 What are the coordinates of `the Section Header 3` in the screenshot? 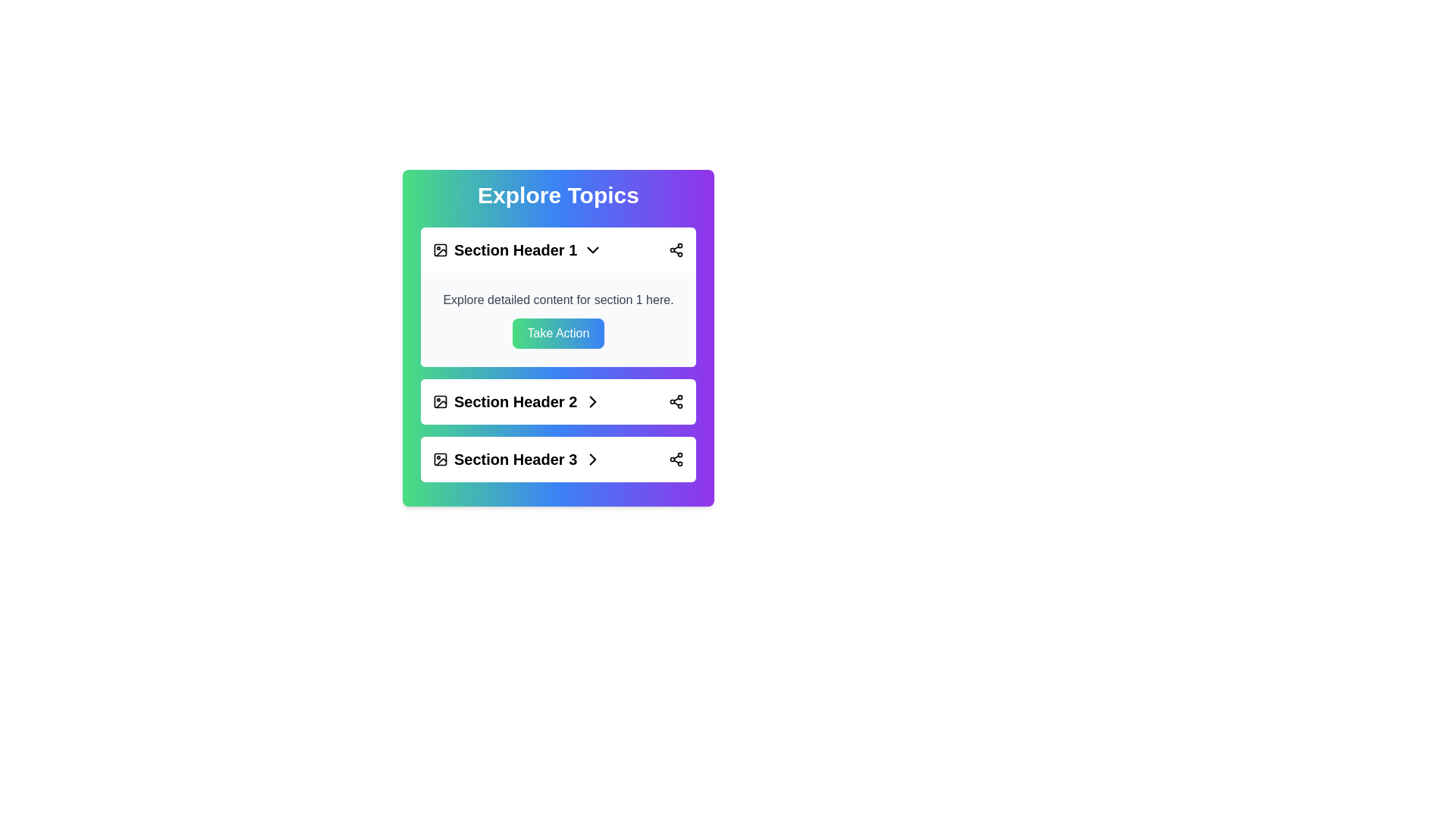 It's located at (518, 458).